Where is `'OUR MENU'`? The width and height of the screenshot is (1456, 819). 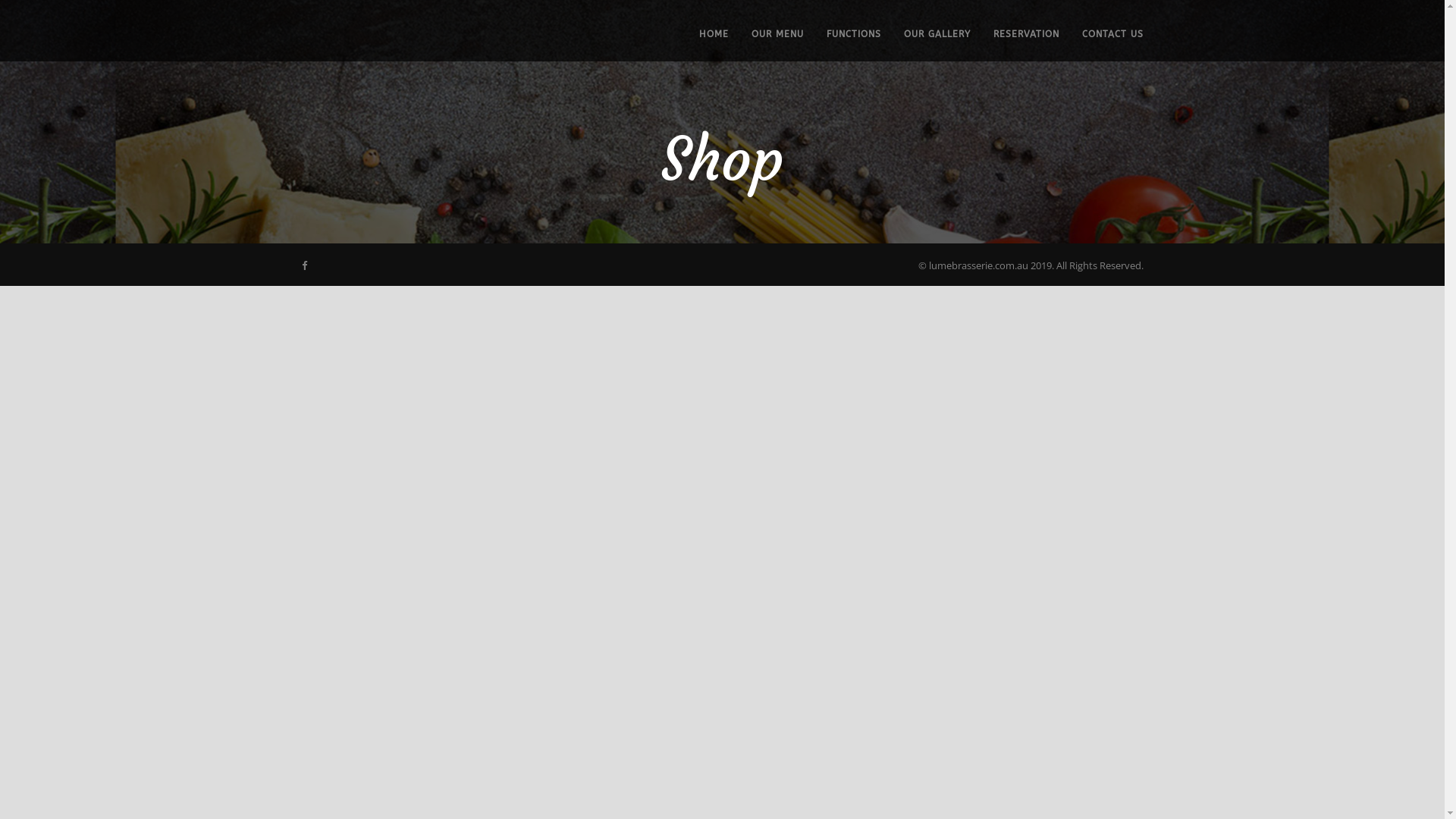
'OUR MENU' is located at coordinates (765, 42).